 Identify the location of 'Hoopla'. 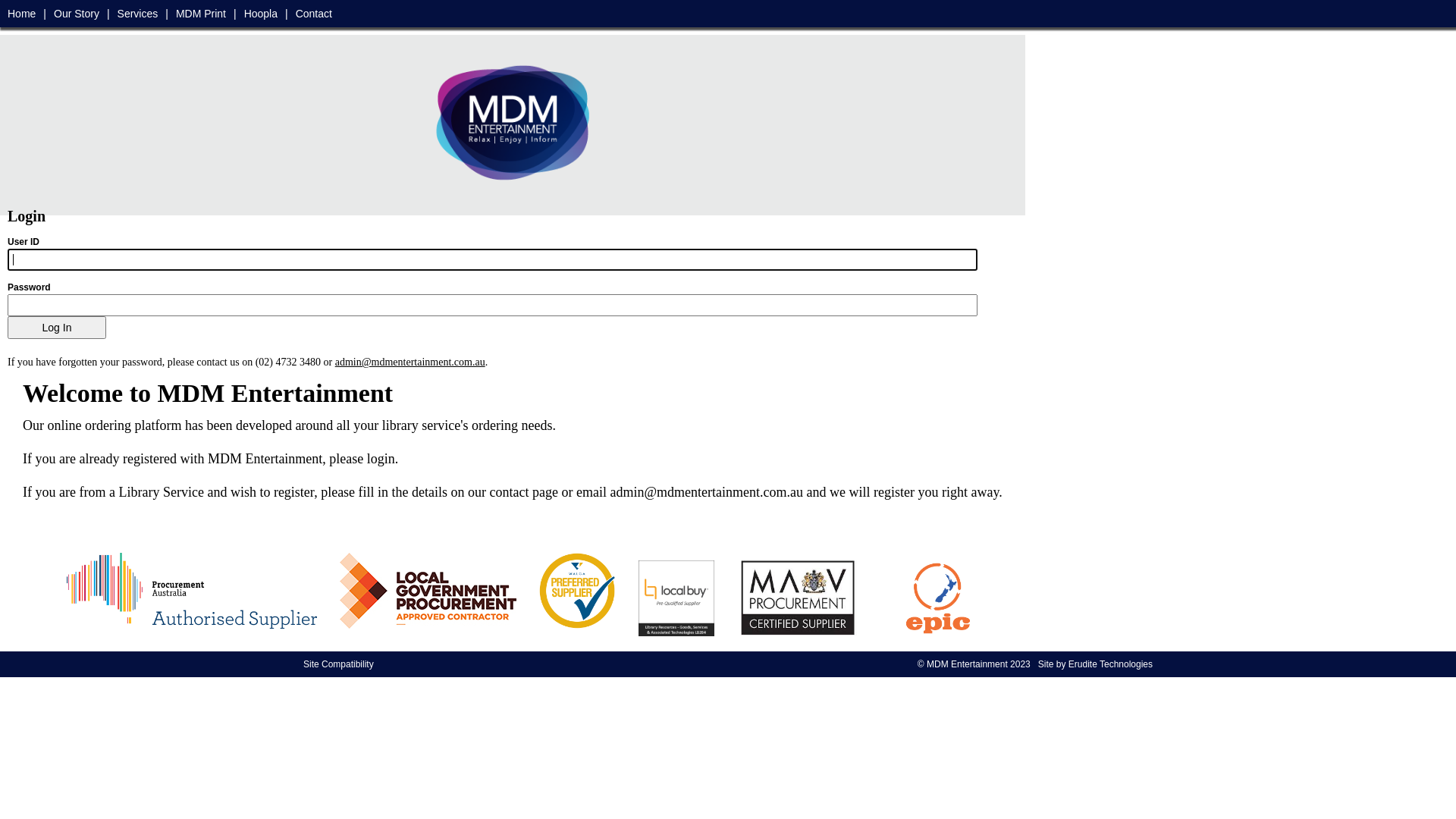
(261, 14).